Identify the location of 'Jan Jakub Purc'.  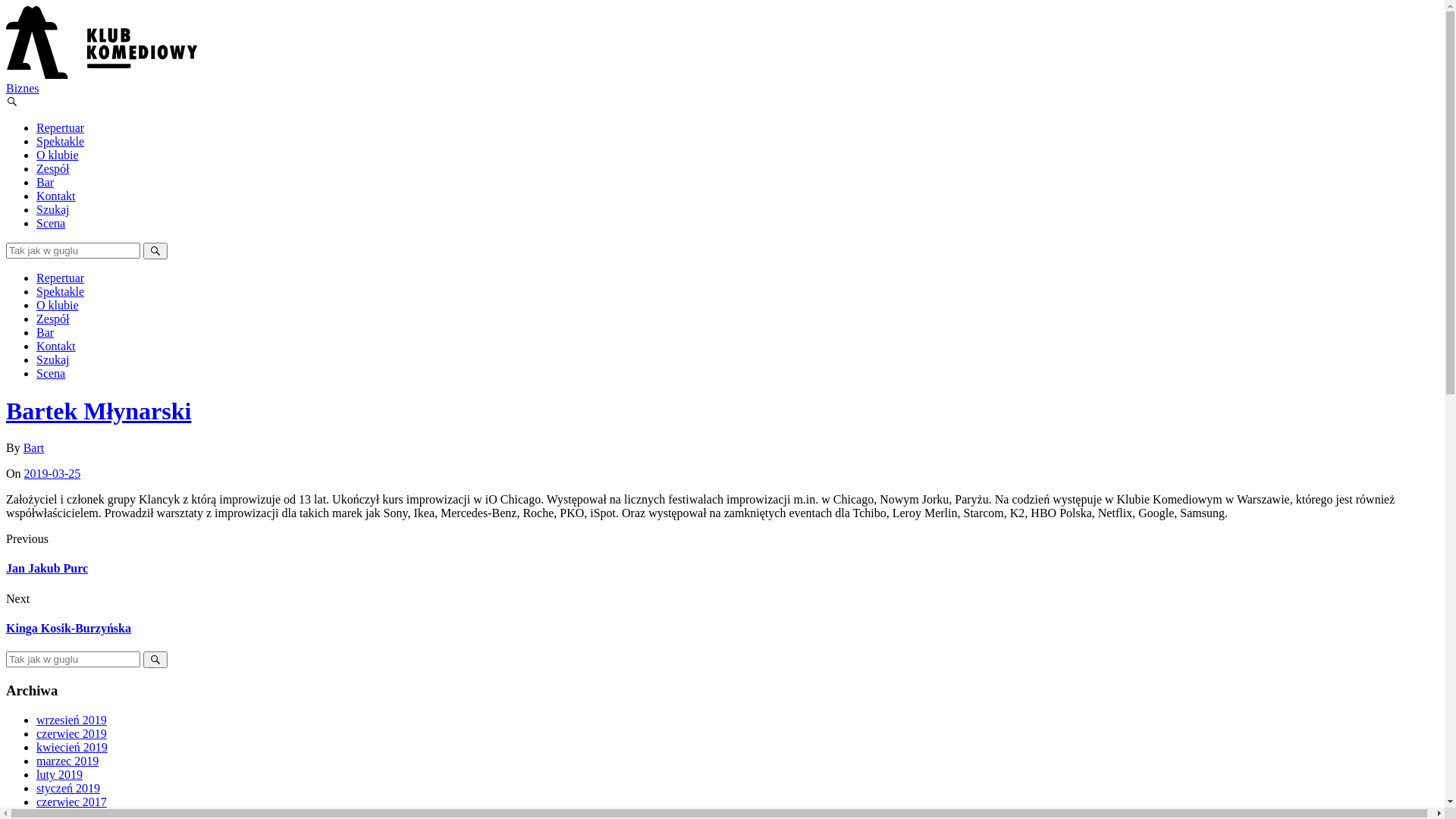
(47, 568).